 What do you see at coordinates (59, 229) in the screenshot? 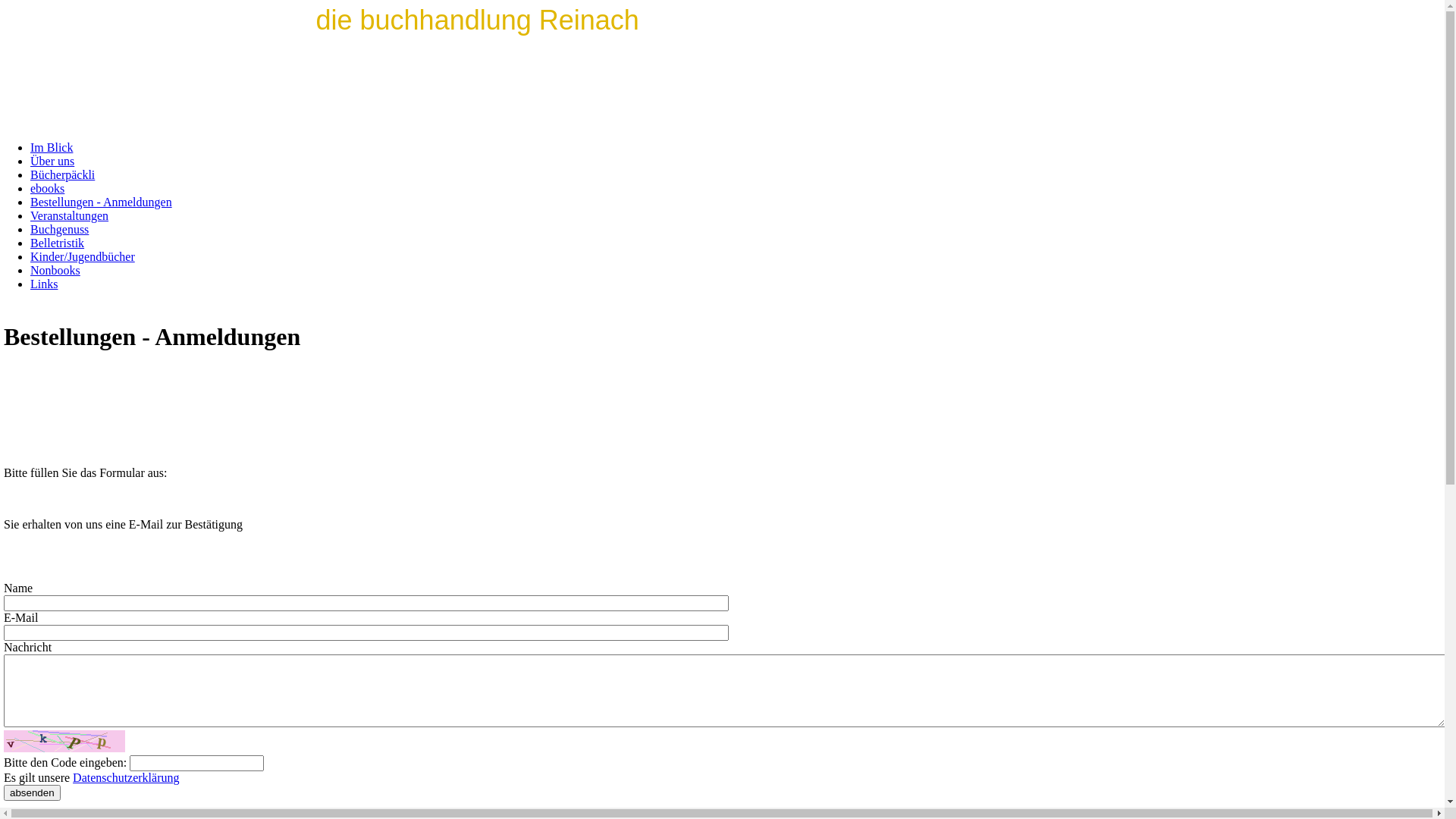
I see `'Buchgenuss'` at bounding box center [59, 229].